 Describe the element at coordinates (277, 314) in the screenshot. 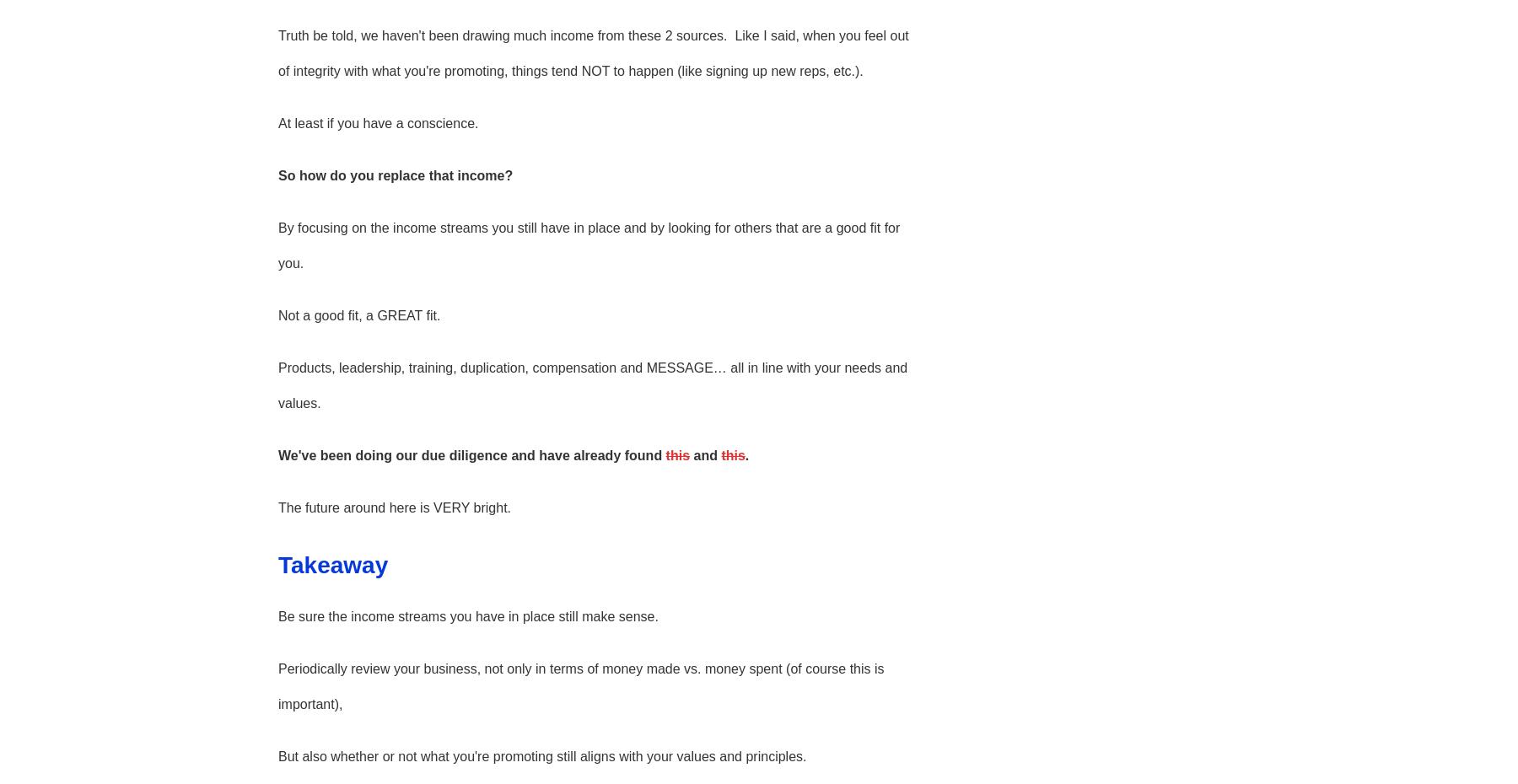

I see `'Not a good fit, a GREAT fit.'` at that location.